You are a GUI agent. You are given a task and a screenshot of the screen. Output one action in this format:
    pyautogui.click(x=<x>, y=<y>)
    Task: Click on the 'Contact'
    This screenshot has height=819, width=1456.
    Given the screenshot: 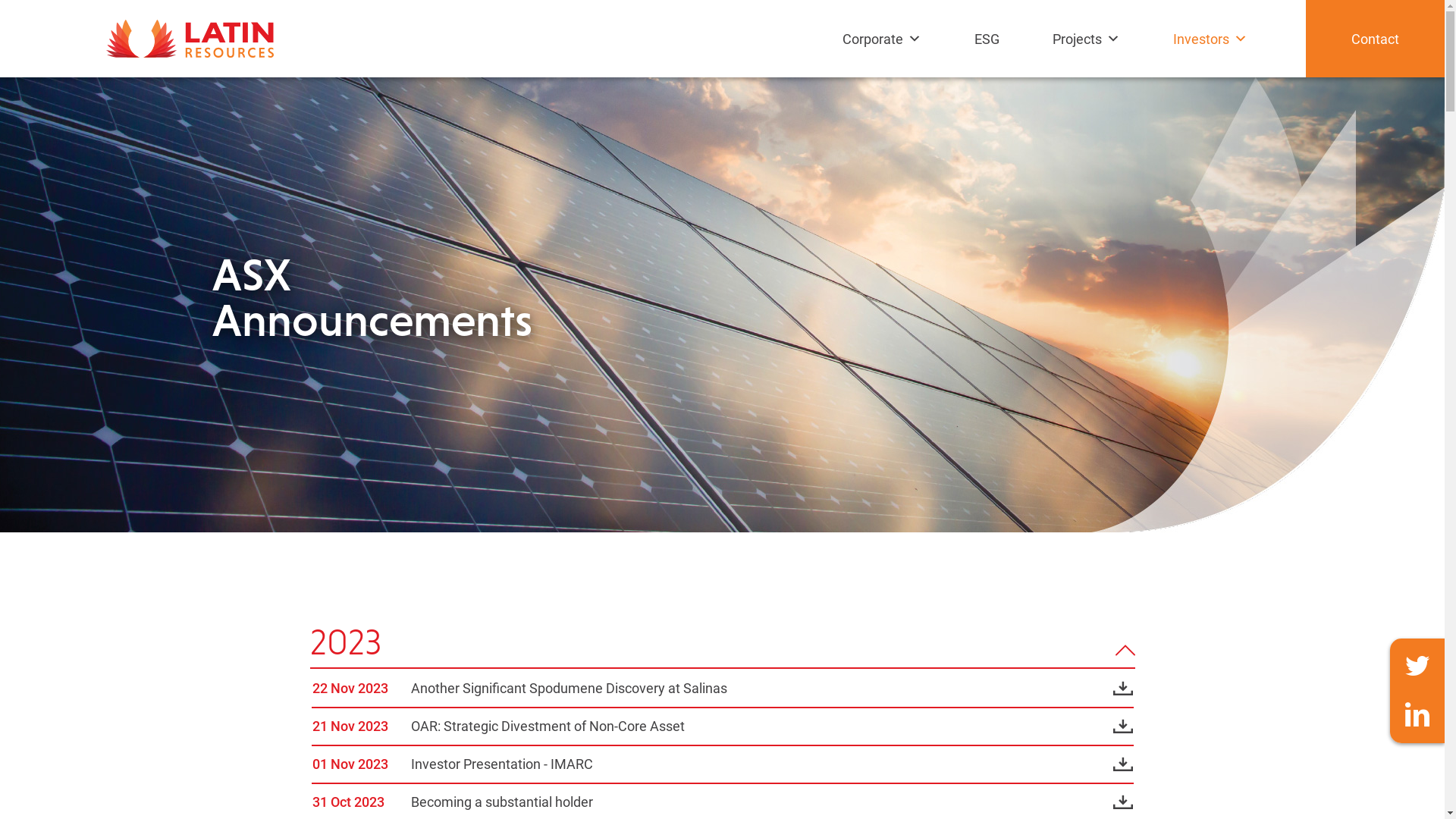 What is the action you would take?
    pyautogui.click(x=1375, y=37)
    